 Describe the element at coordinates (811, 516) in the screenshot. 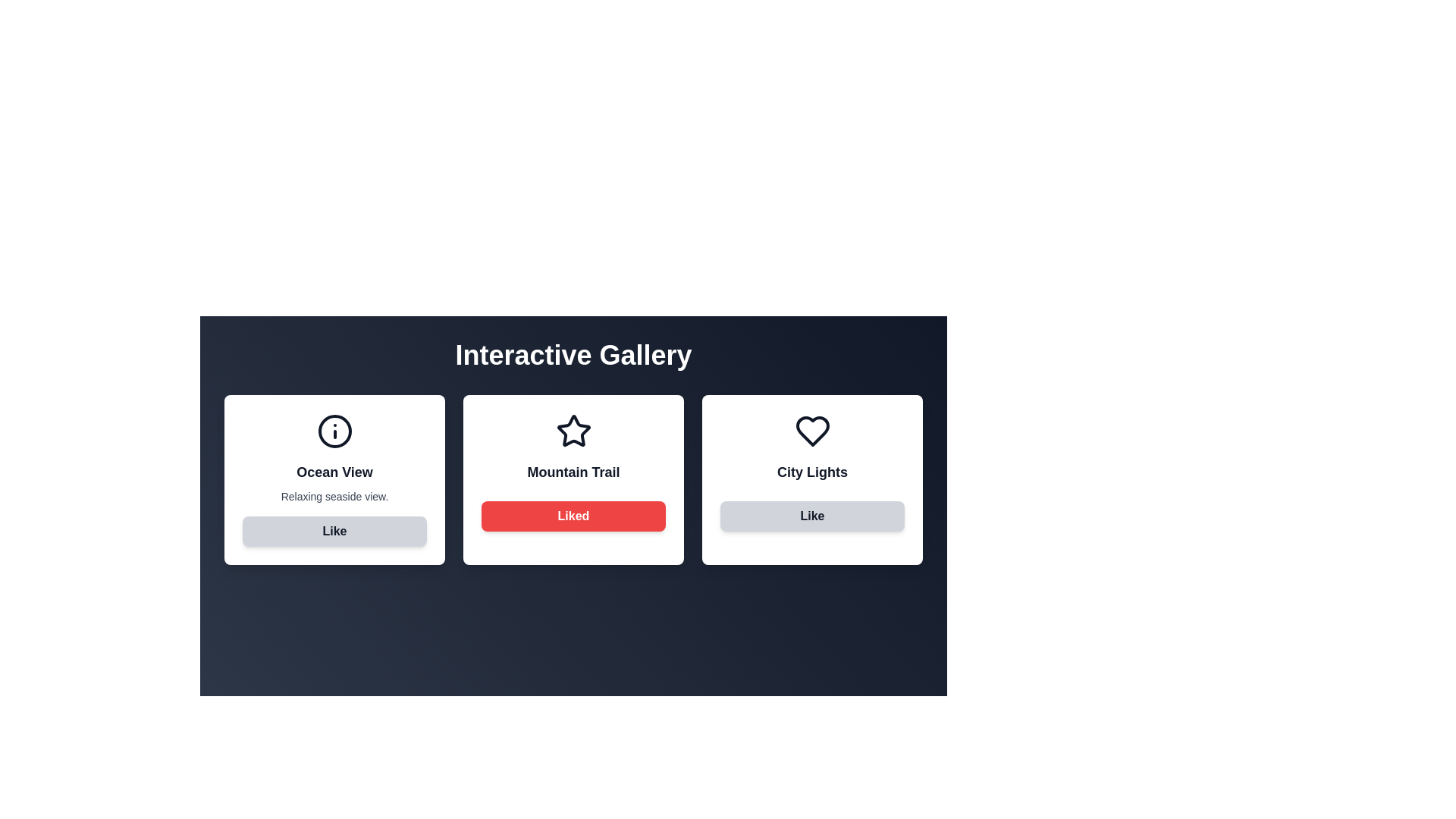

I see `the 'Like' button located at the bottom of the 'City Lights' card` at that location.